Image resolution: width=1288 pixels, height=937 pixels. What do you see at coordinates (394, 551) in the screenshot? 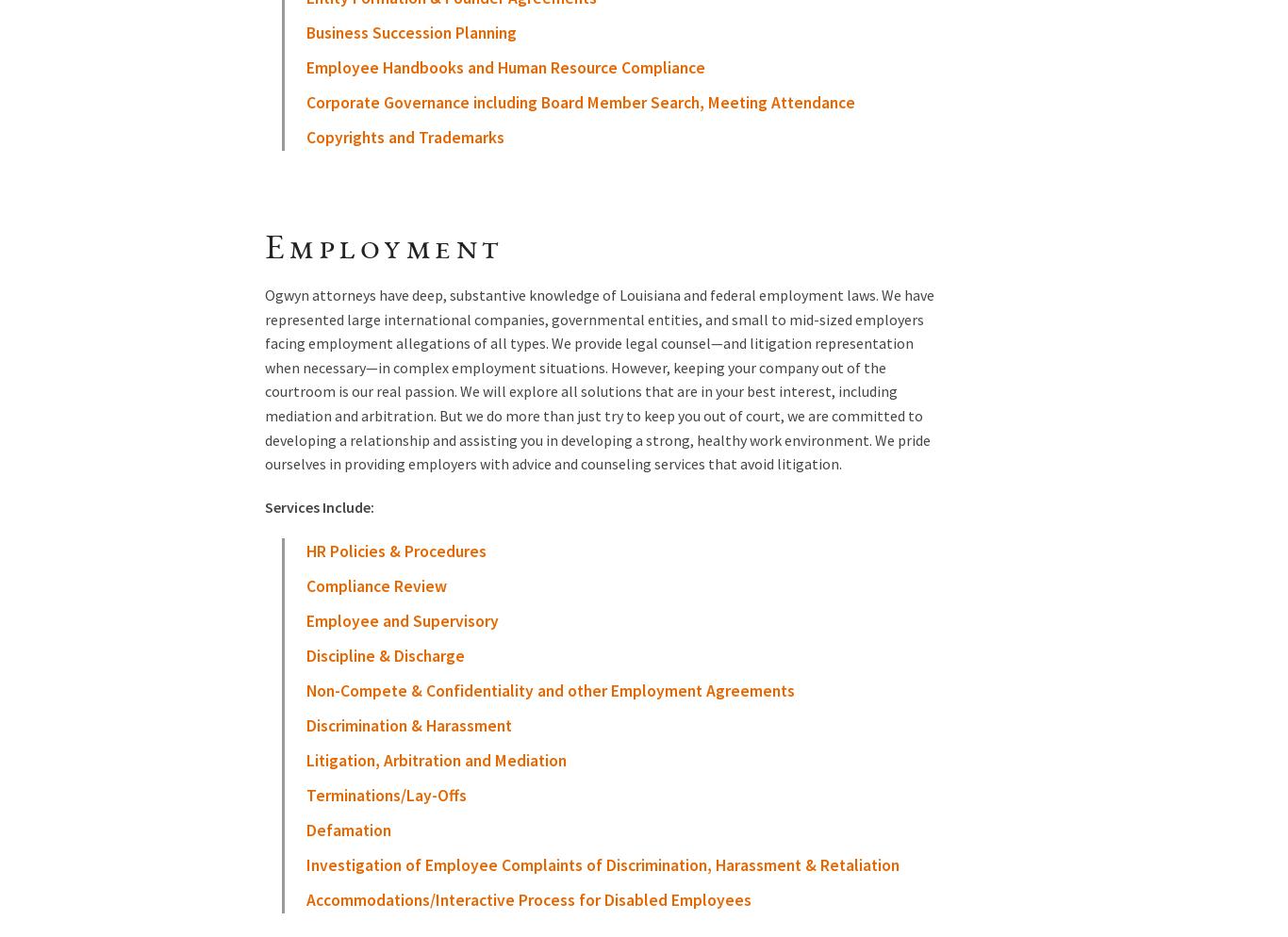
I see `'HR Policies & Procedures'` at bounding box center [394, 551].